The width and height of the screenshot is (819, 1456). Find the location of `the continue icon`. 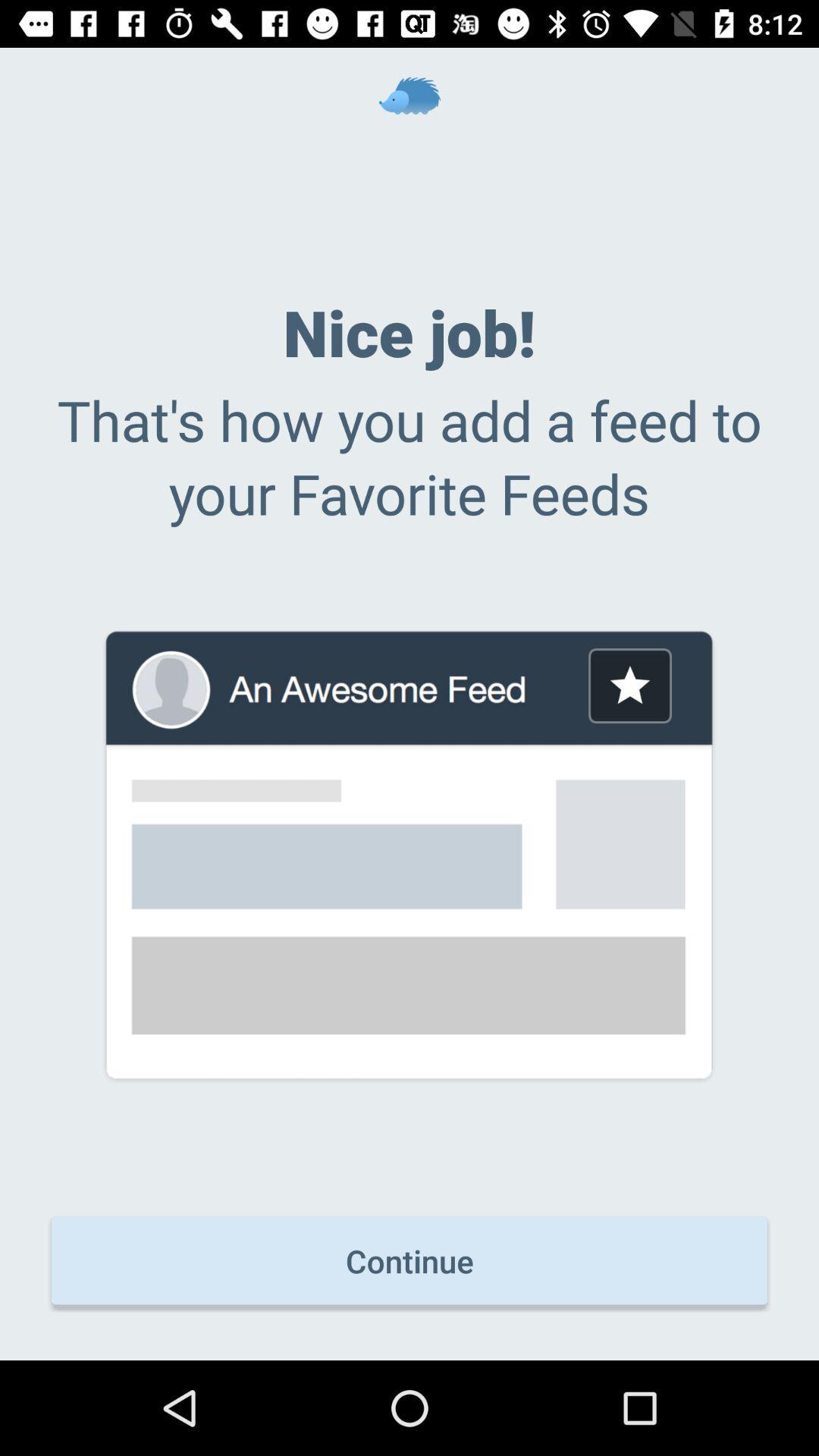

the continue icon is located at coordinates (409, 1260).